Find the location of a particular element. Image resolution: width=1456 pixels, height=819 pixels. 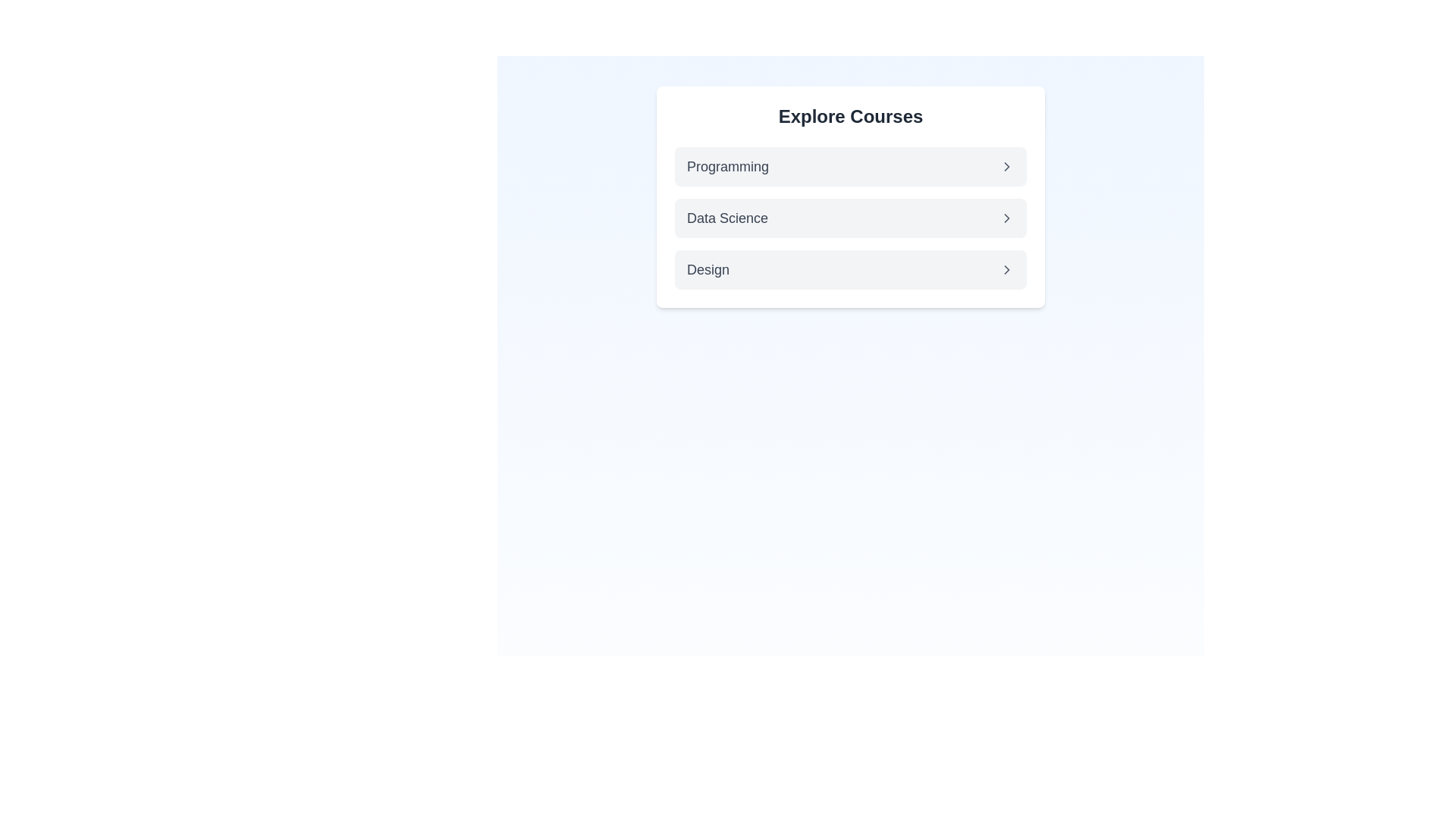

the chevron icon located on the right-hand side of the 'Data Science' row is located at coordinates (1007, 218).